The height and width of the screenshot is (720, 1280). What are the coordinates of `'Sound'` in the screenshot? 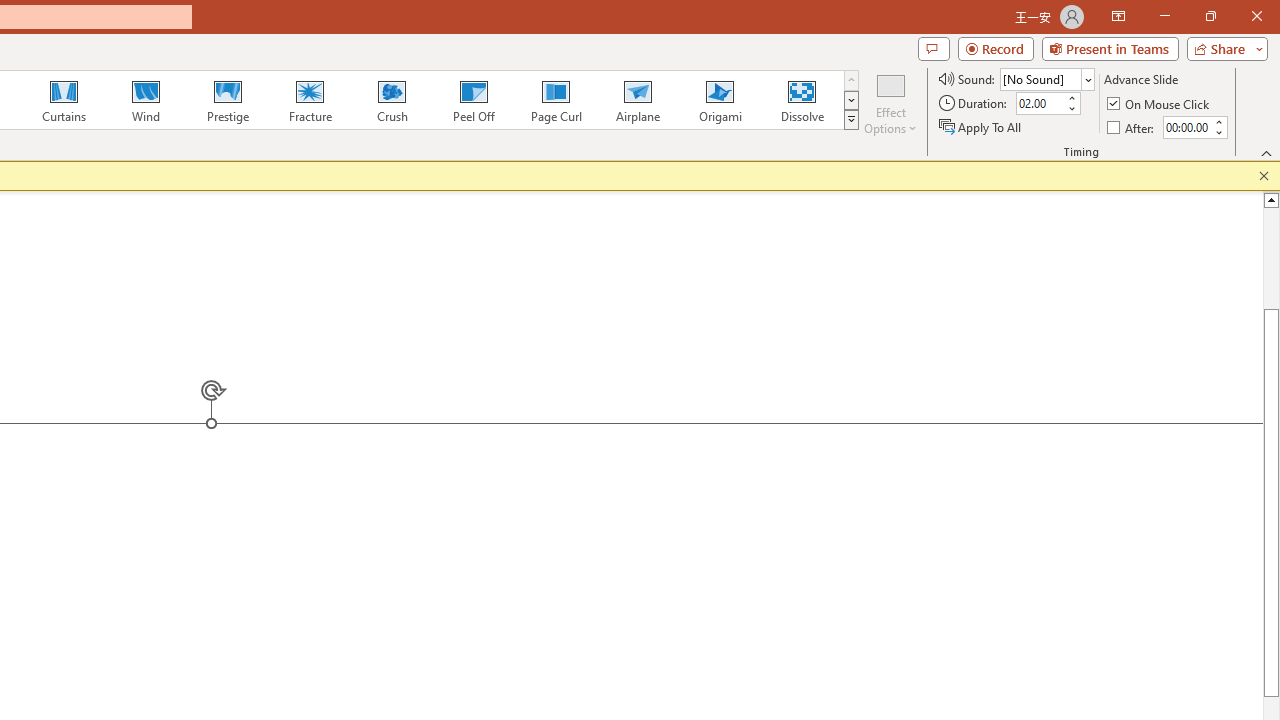 It's located at (1046, 78).